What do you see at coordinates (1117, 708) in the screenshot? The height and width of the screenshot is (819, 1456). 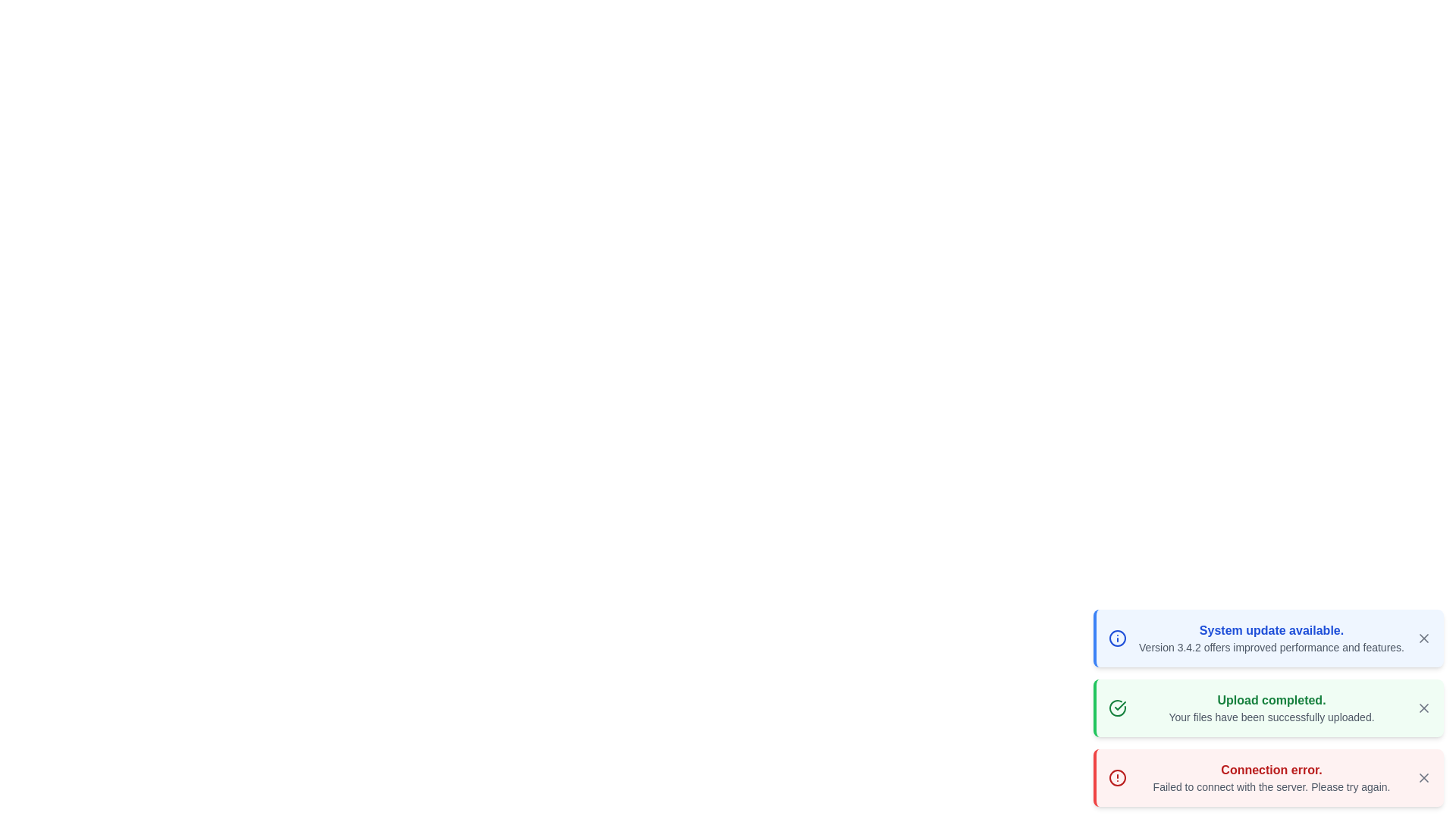 I see `the icon representing the message type success` at bounding box center [1117, 708].